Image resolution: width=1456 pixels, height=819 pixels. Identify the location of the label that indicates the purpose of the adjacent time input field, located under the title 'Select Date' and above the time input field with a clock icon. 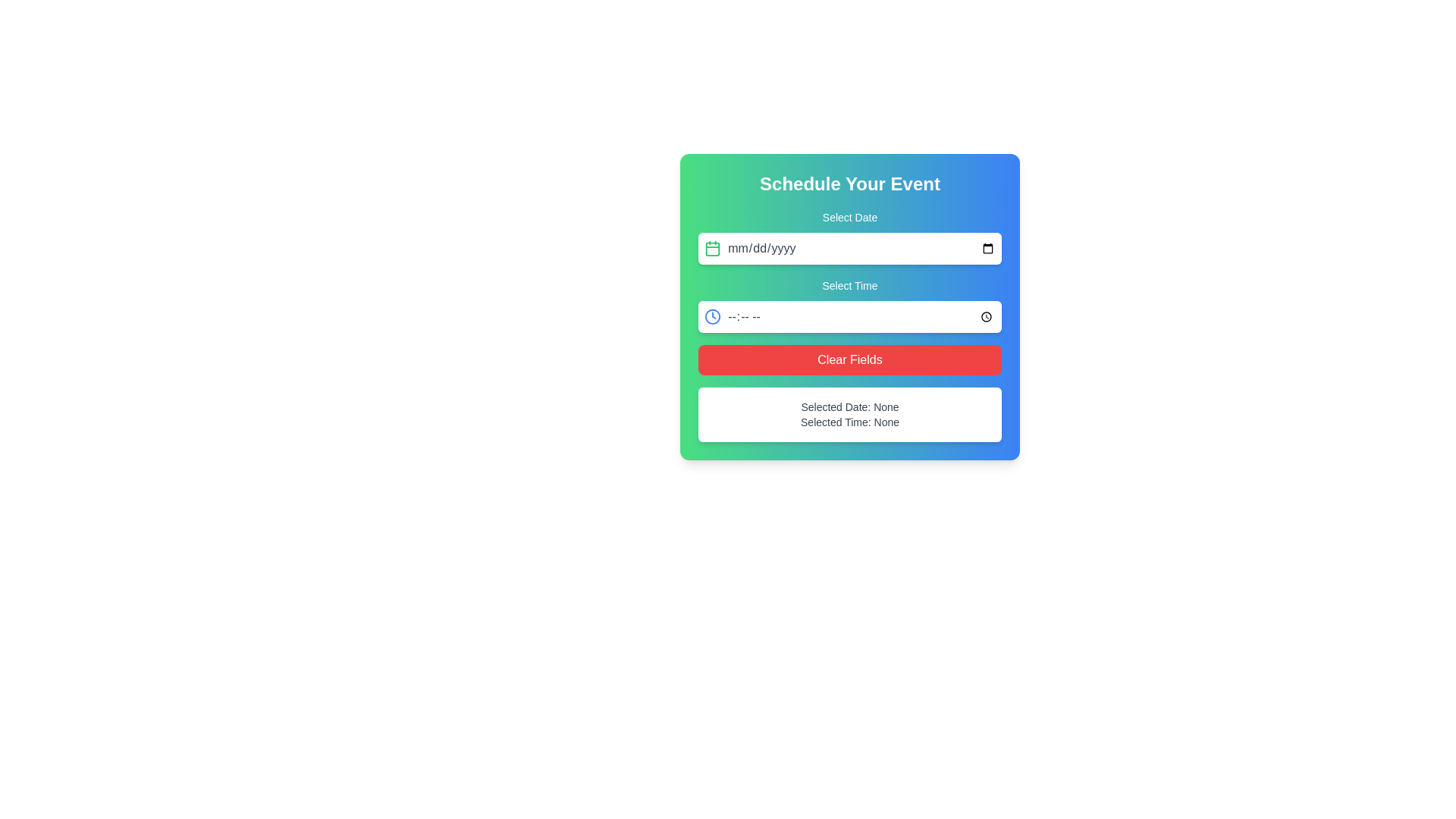
(849, 286).